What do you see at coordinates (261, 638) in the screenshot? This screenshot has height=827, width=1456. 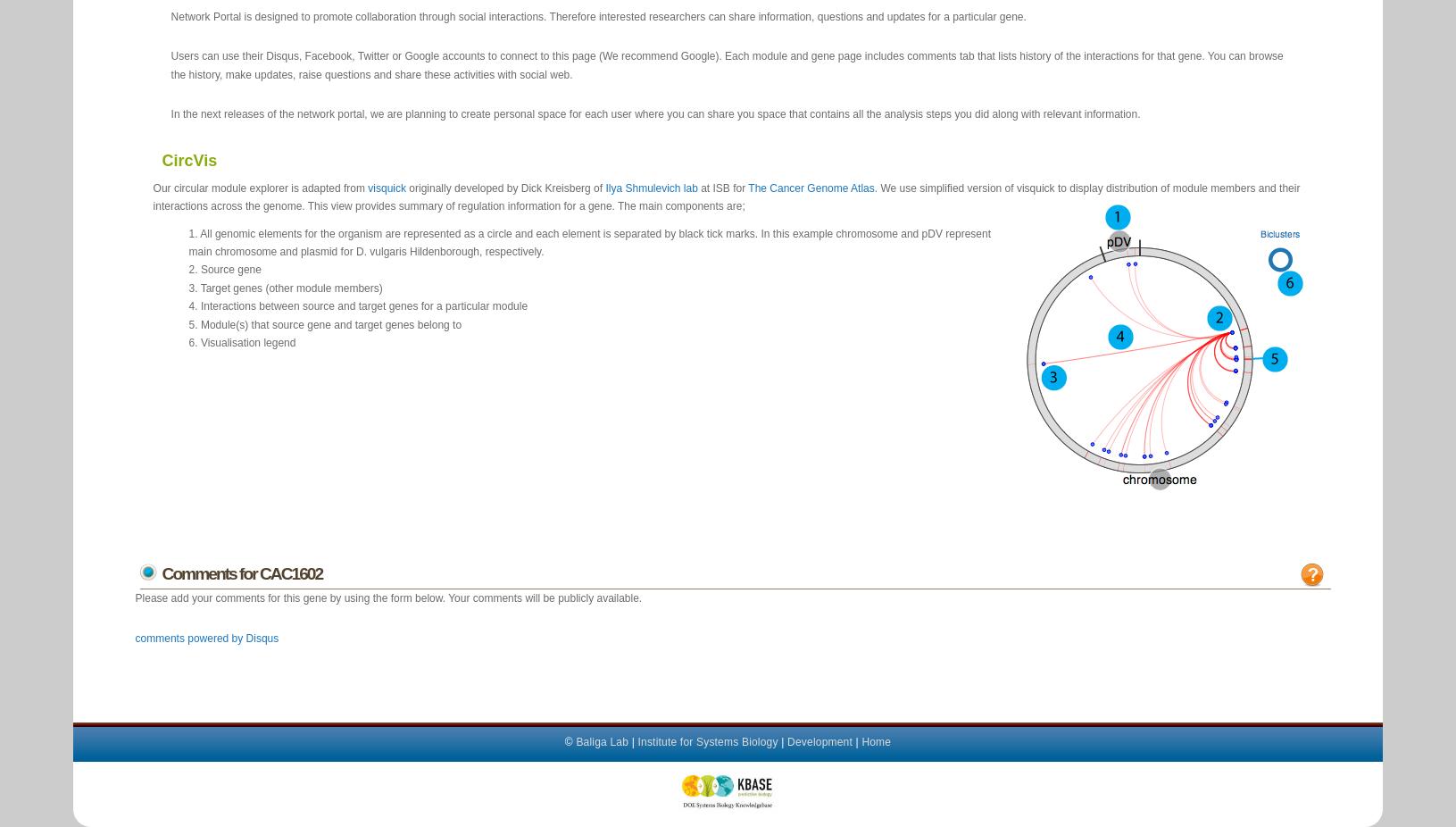 I see `'Disqus'` at bounding box center [261, 638].